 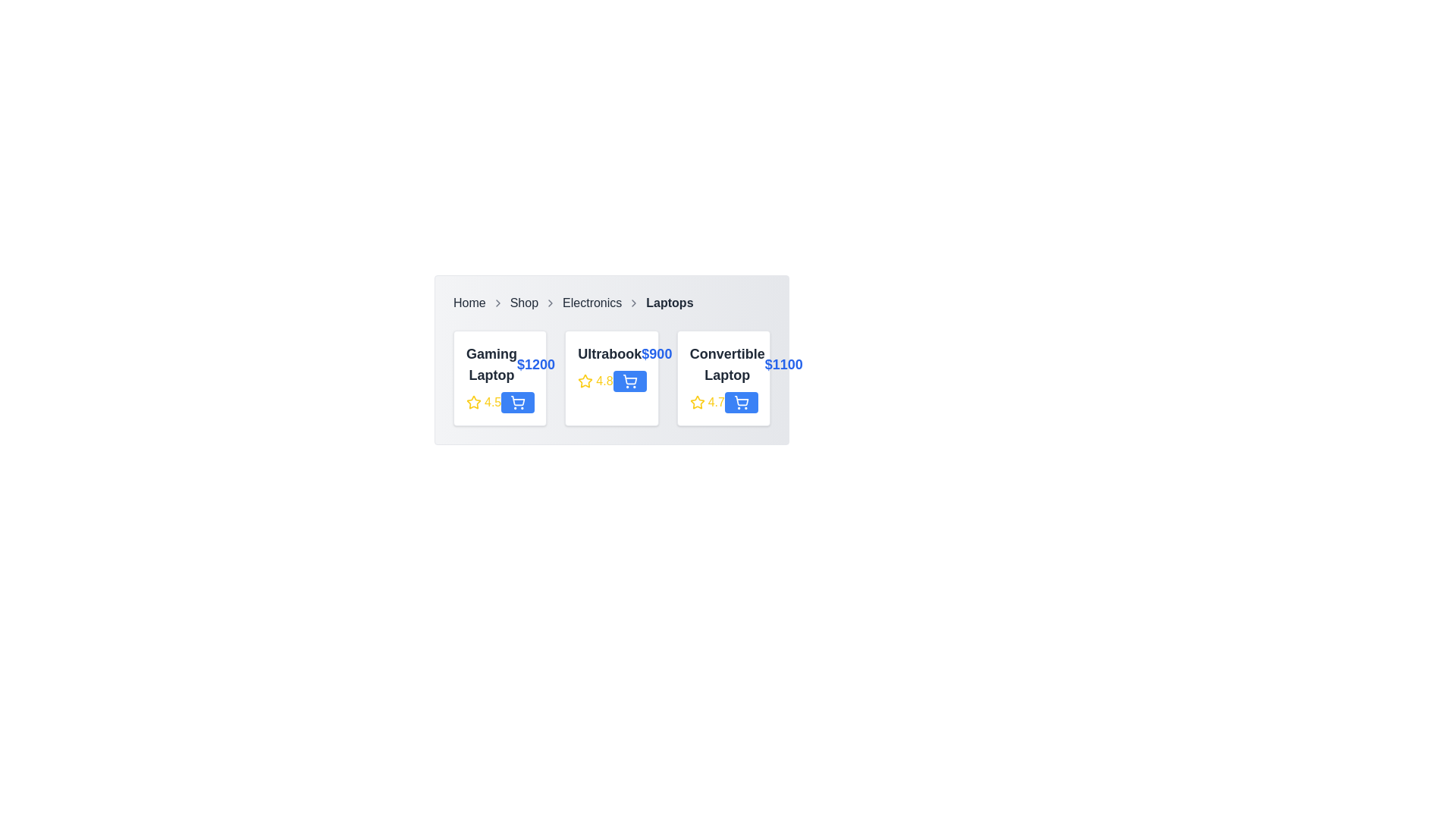 I want to click on the cart button of the second product card, which is centrally located between the 'Gaming Laptop' and 'Convertible Laptop' cards in the online shop, so click(x=611, y=377).